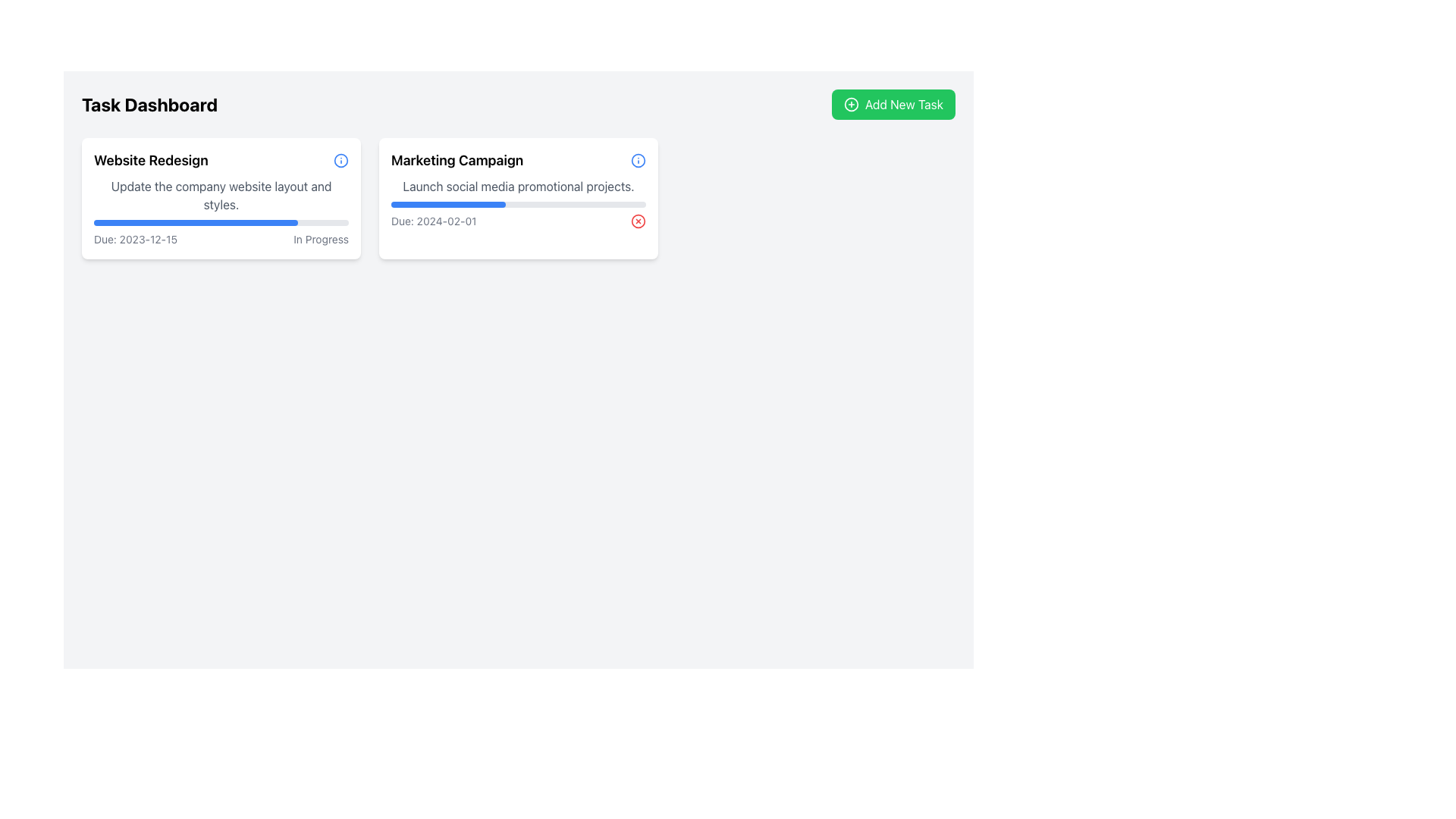 Image resolution: width=1456 pixels, height=819 pixels. Describe the element at coordinates (638, 221) in the screenshot. I see `the Circle graphical component representing the delete or close icon located at the bottom-right corner of the 'Marketing Campaign' card` at that location.